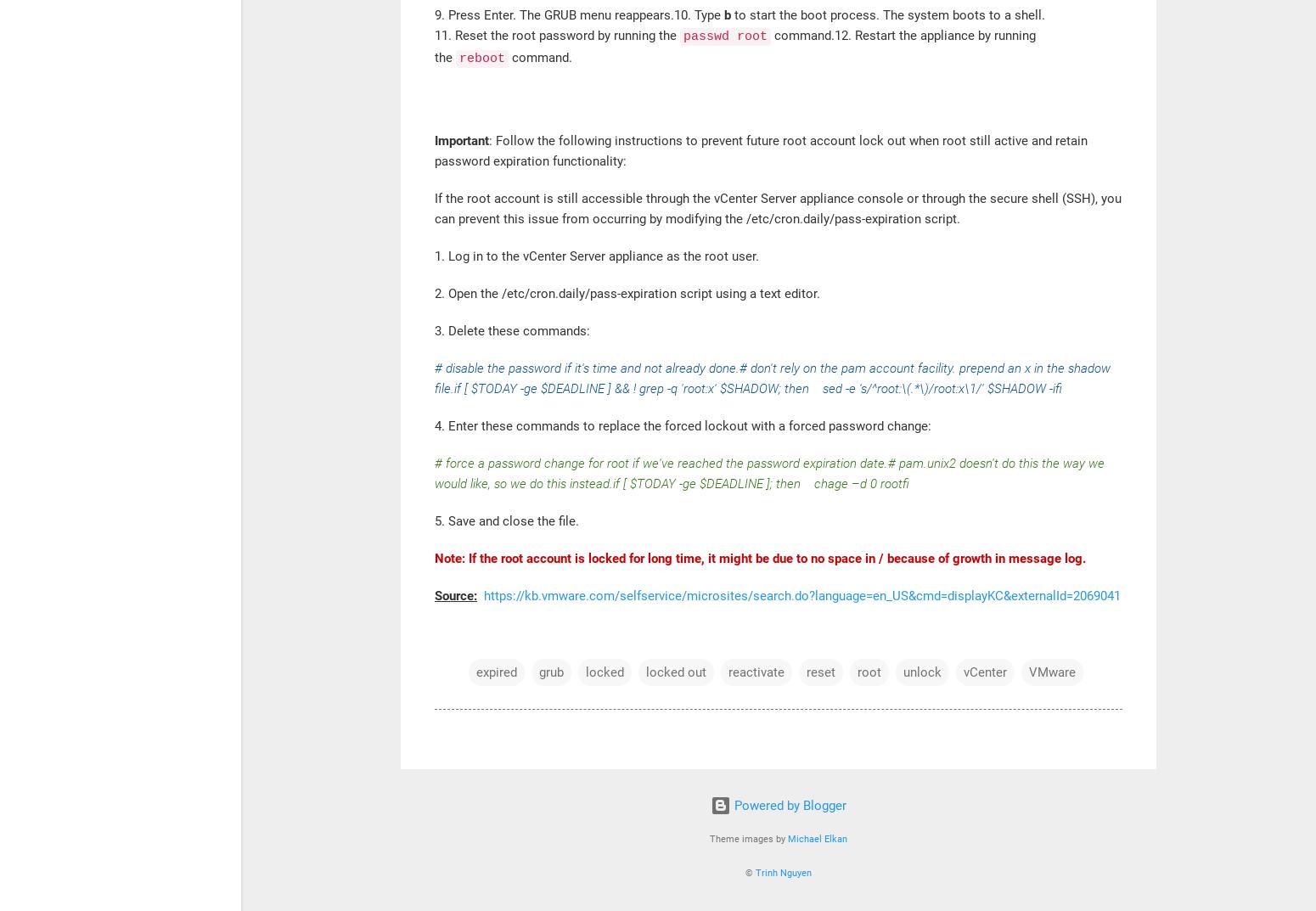 This screenshot has width=1316, height=911. I want to click on 'b', so click(727, 13).